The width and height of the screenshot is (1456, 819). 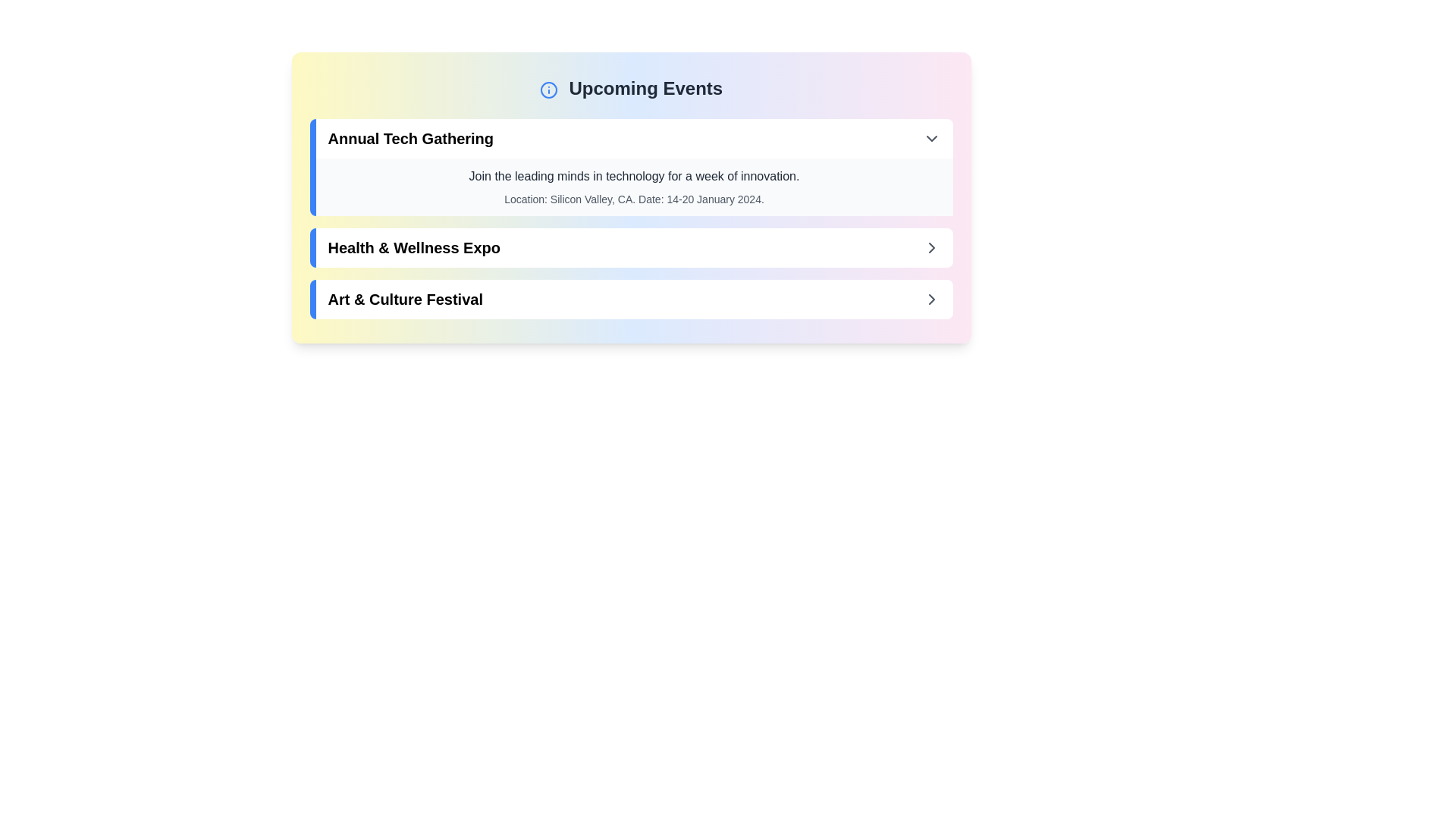 I want to click on the chevron IconButton located on the far right of the 'Art & Culture Festival' section, so click(x=930, y=299).